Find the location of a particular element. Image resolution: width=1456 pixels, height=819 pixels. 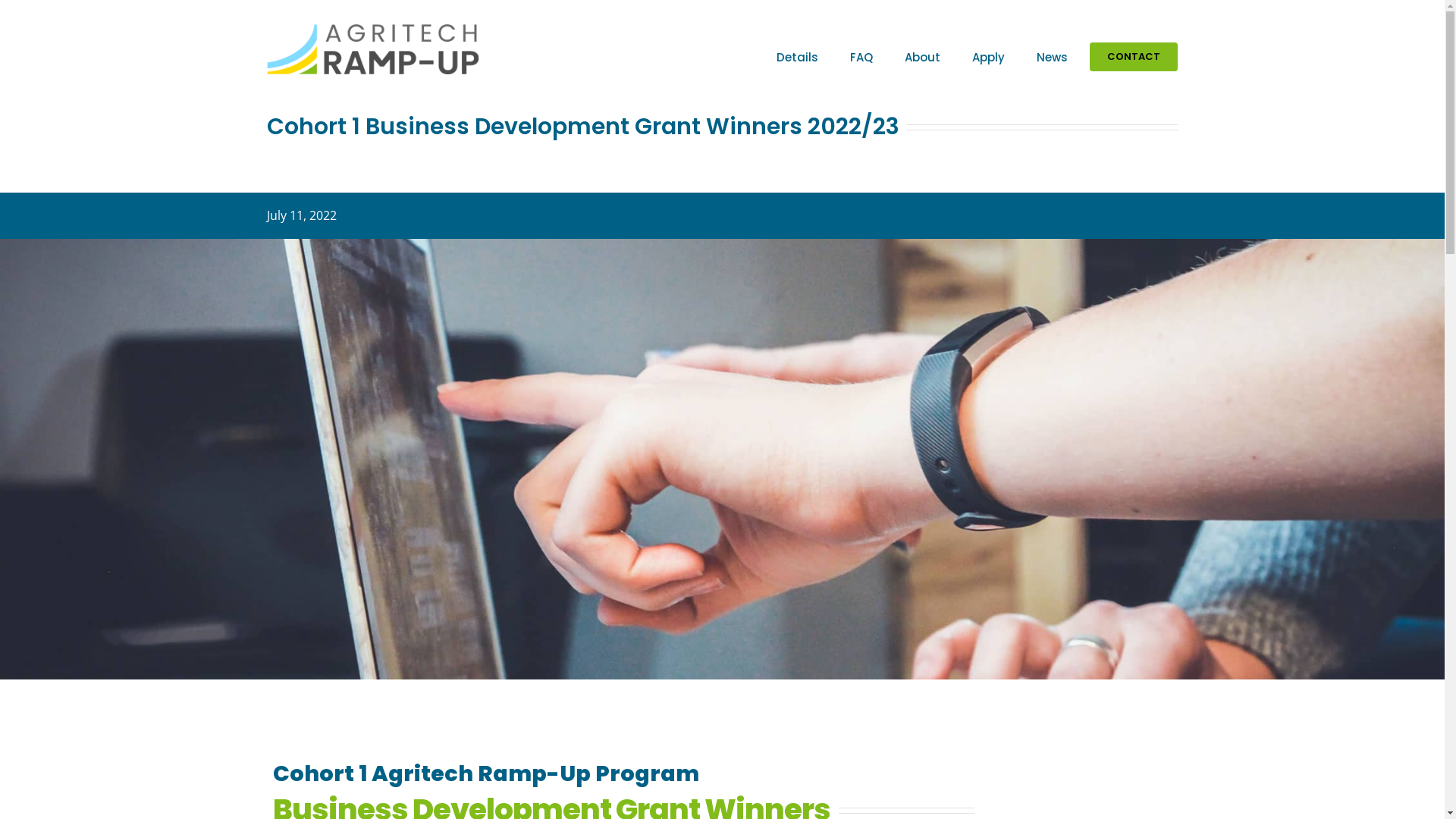

'Apply' is located at coordinates (988, 55).